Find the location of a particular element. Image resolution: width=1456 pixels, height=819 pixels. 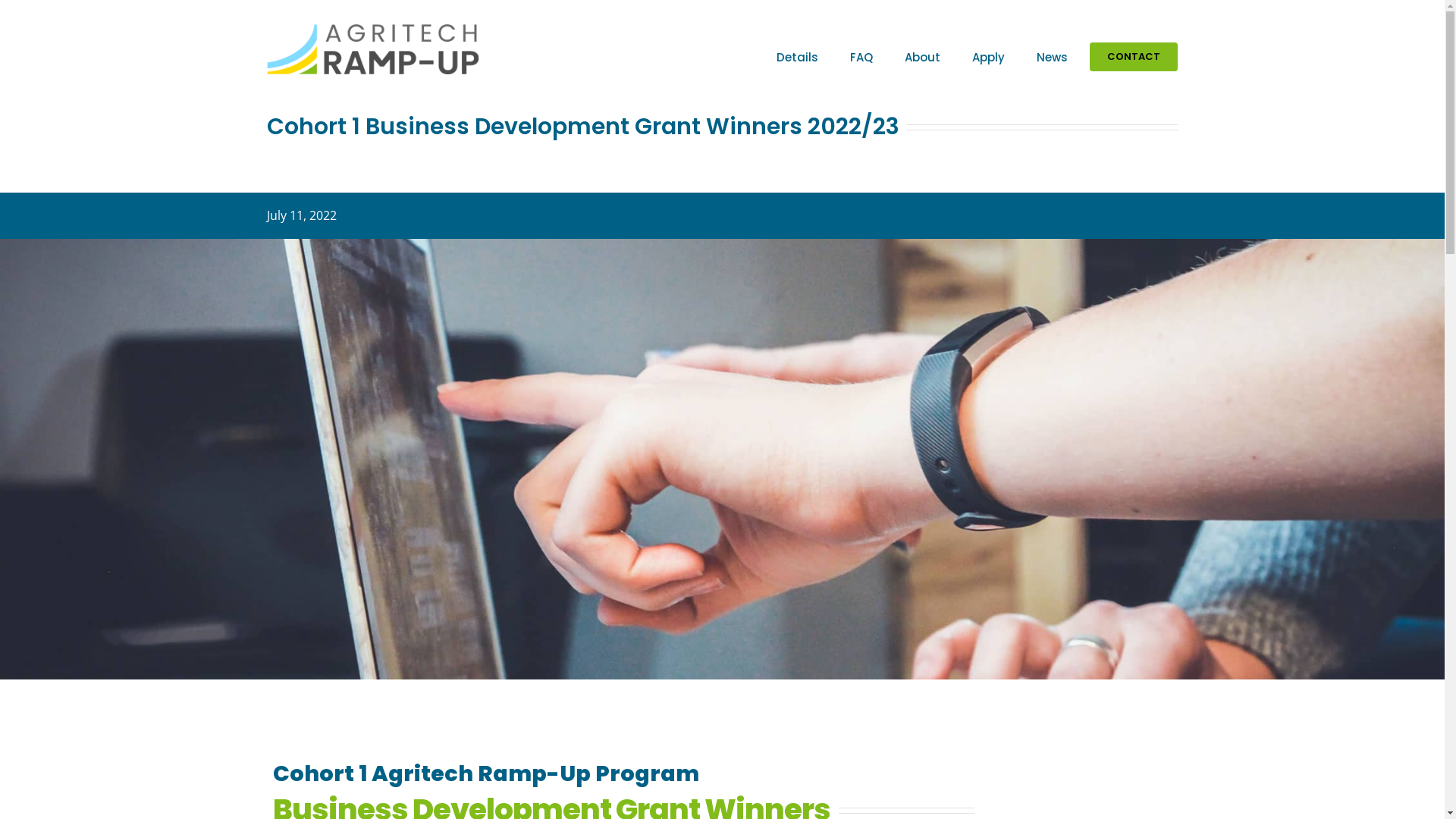

'Apply' is located at coordinates (988, 55).